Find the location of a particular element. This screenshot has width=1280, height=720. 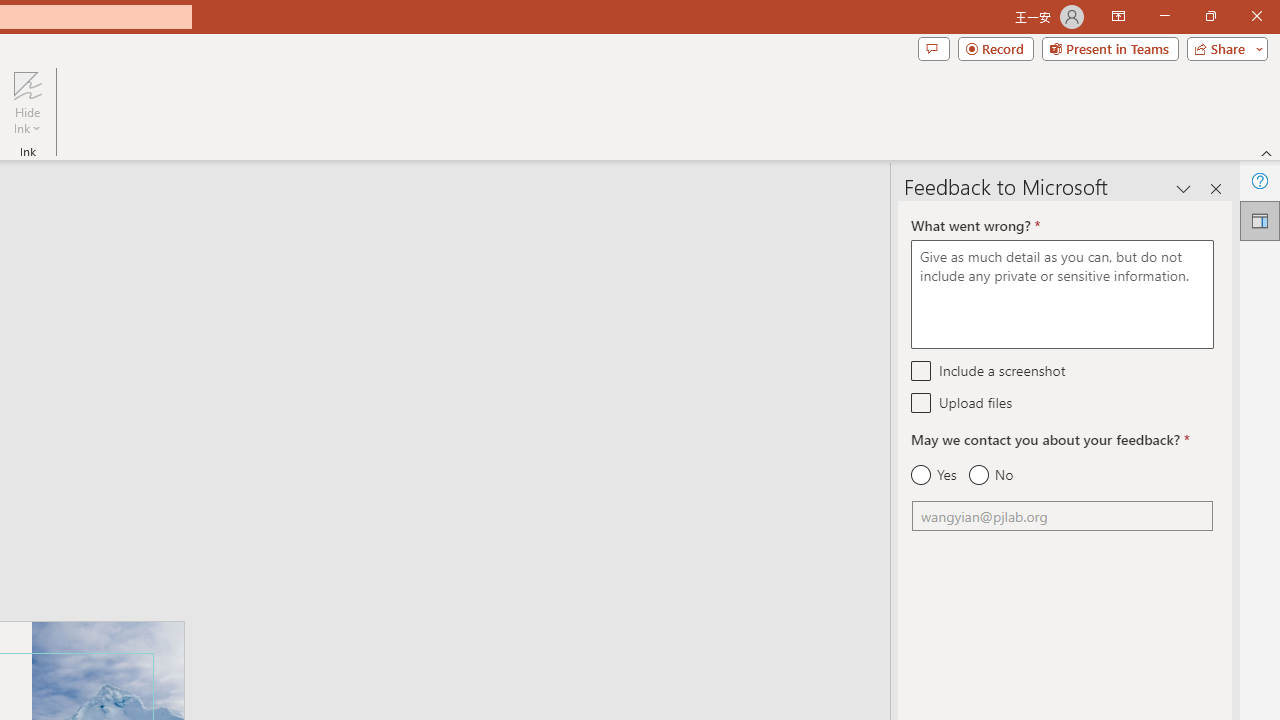

'Yes' is located at coordinates (933, 475).